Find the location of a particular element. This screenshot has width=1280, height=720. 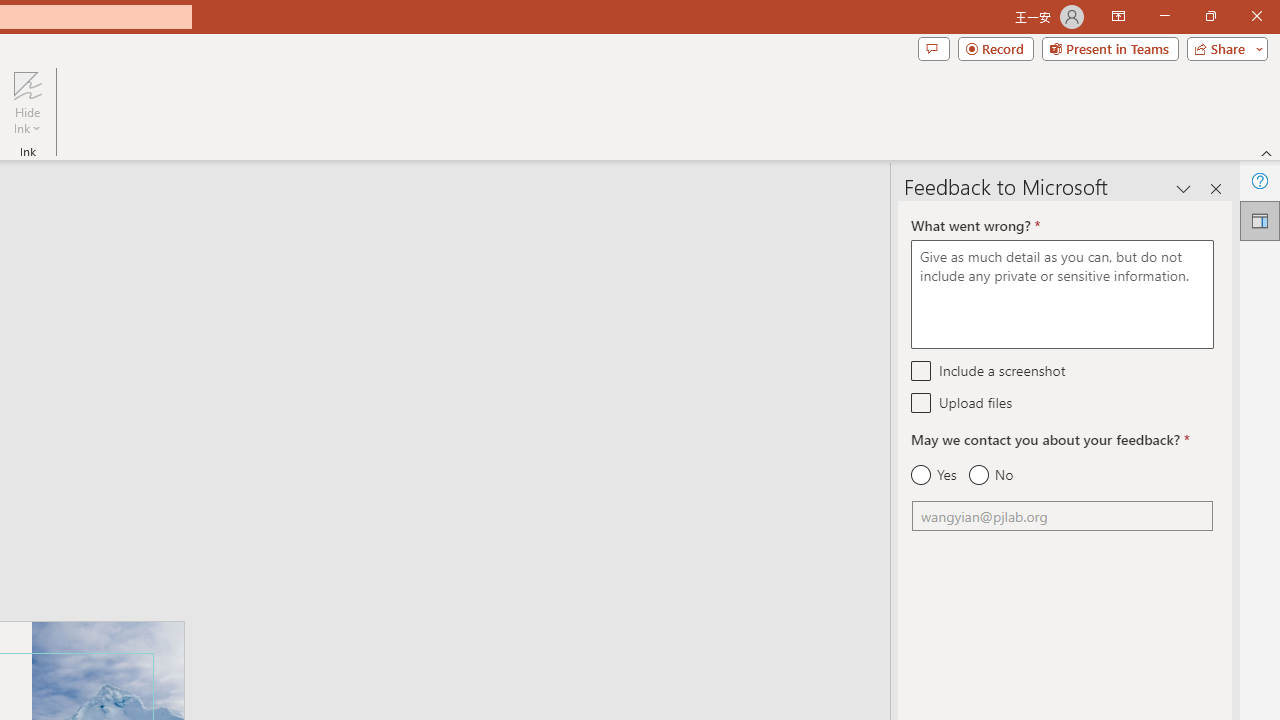

'Yes' is located at coordinates (933, 475).